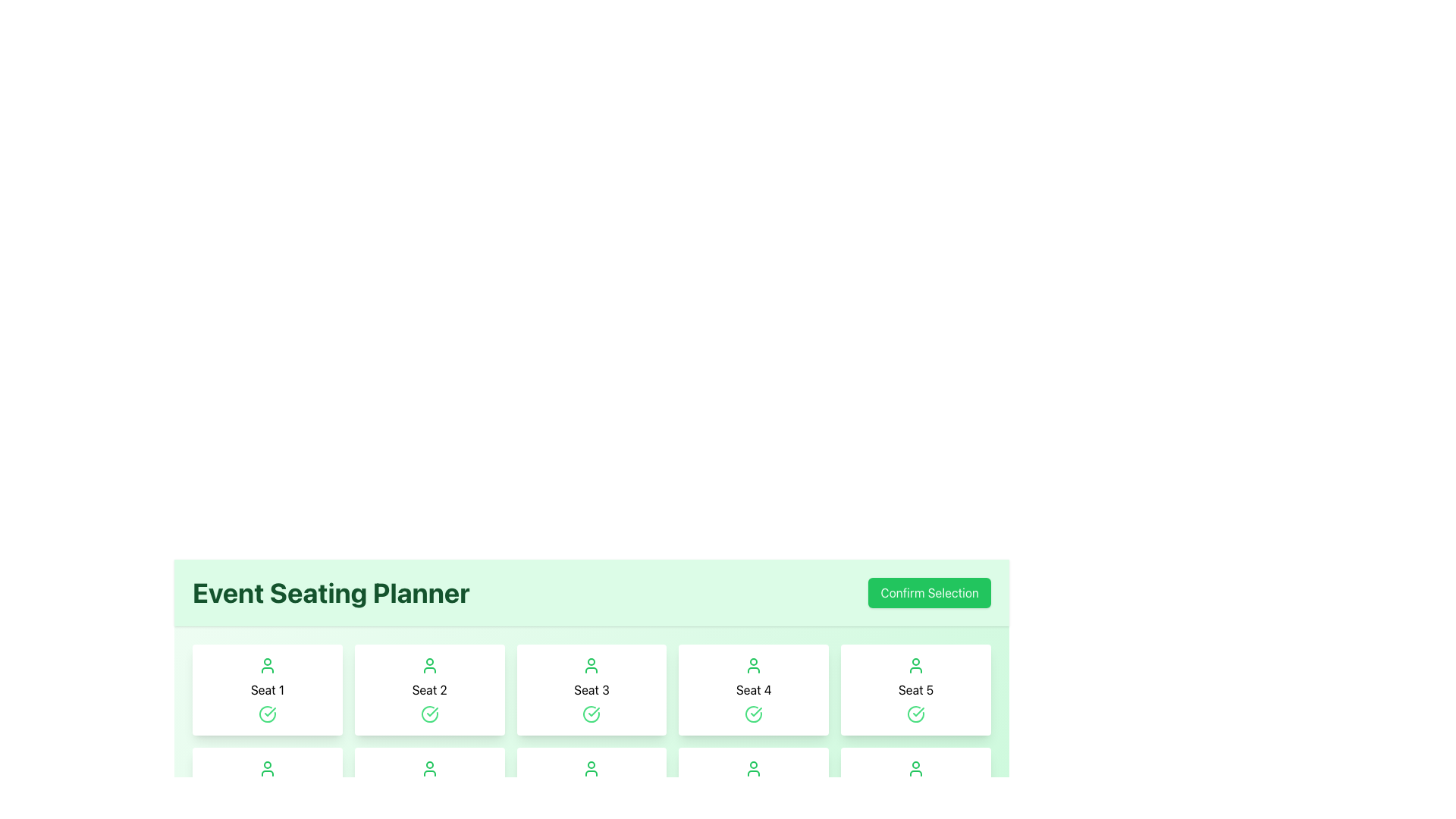 Image resolution: width=1456 pixels, height=819 pixels. I want to click on the 'Seat 3' card in the Event Seating Planner, so click(591, 690).